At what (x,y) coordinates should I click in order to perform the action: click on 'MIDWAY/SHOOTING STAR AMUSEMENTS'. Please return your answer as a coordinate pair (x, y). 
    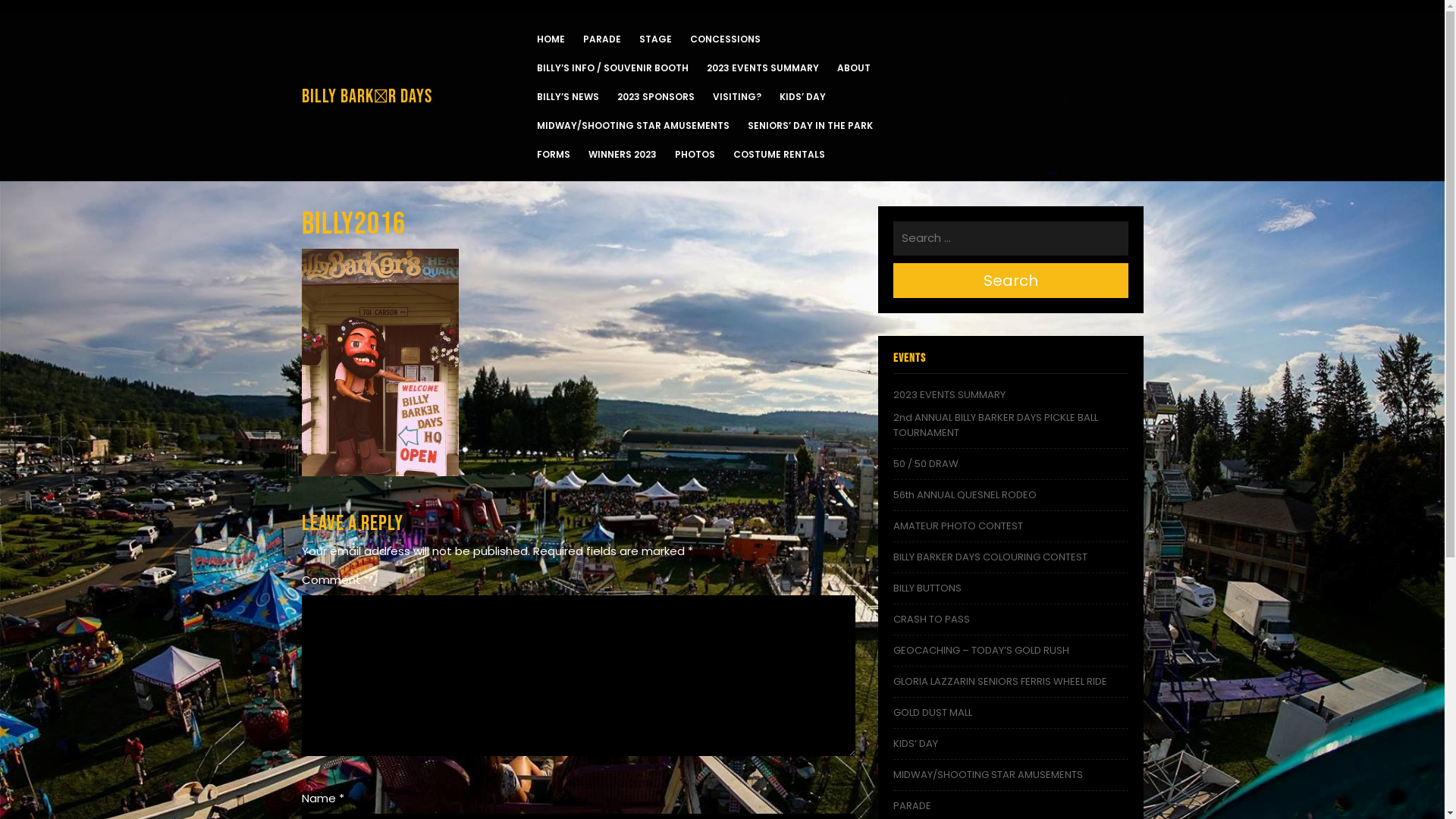
    Looking at the image, I should click on (987, 774).